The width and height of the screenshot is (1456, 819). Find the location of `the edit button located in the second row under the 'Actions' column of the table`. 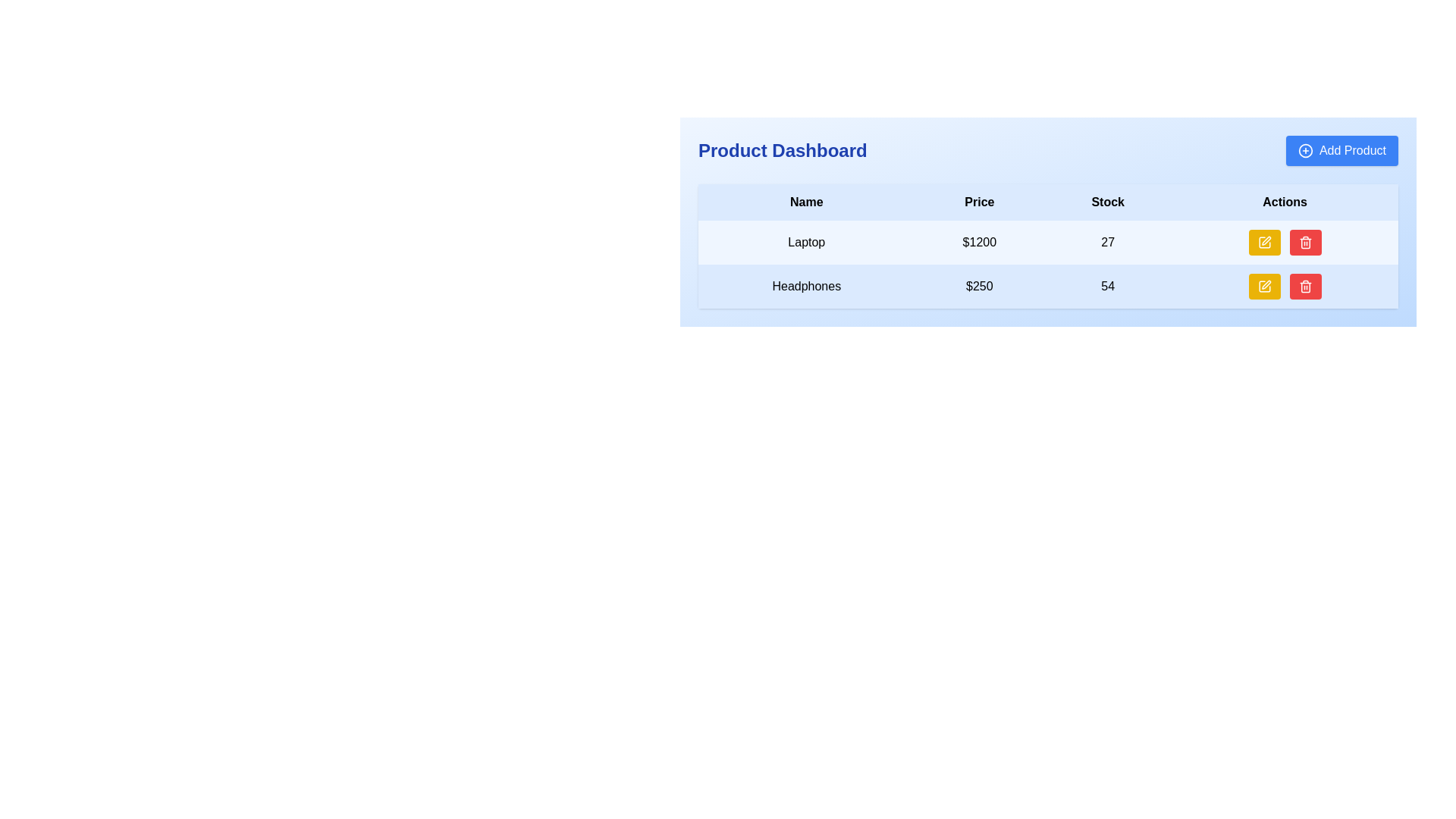

the edit button located in the second row under the 'Actions' column of the table is located at coordinates (1264, 287).